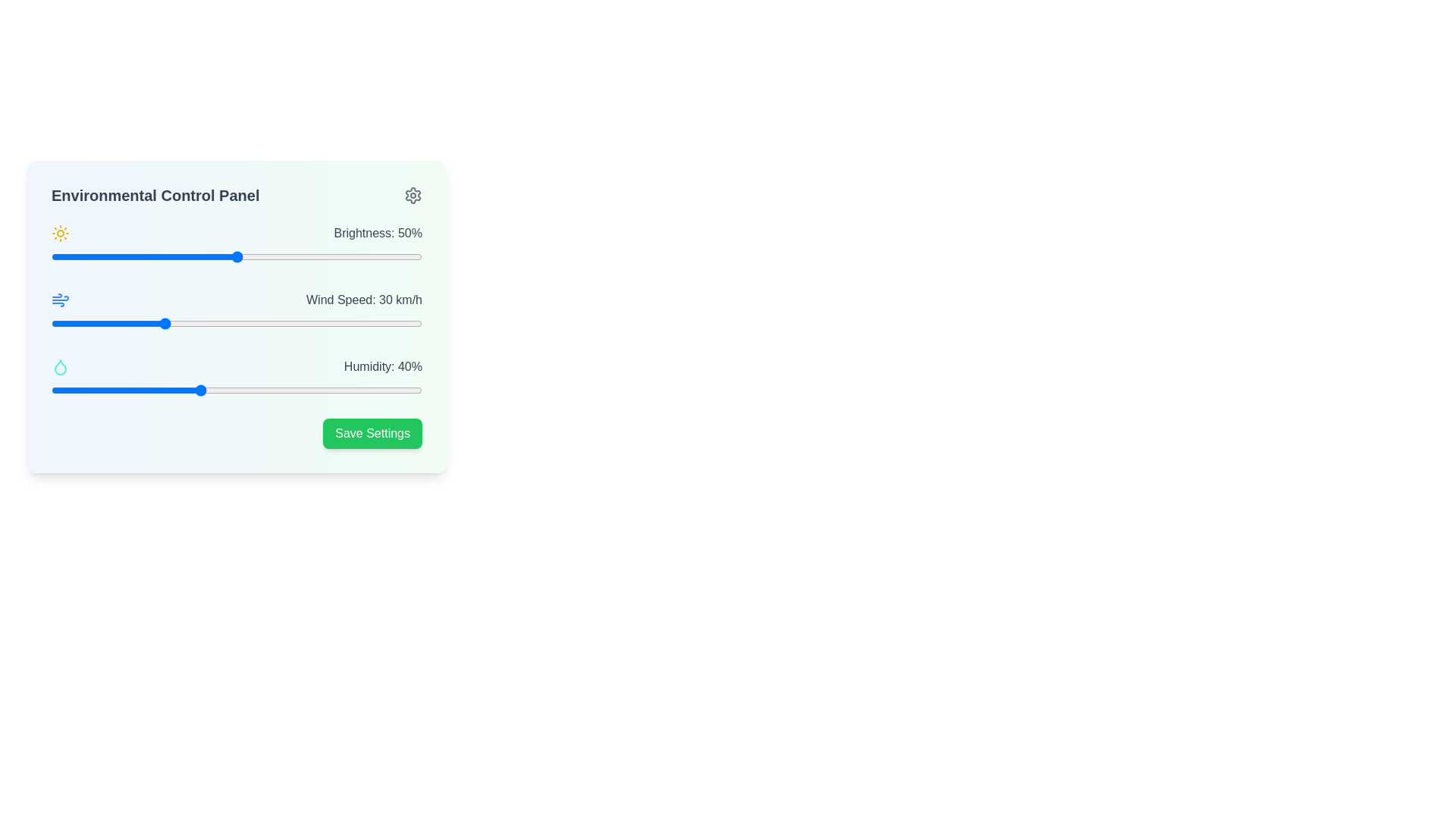 The width and height of the screenshot is (1456, 819). Describe the element at coordinates (266, 256) in the screenshot. I see `the slider value` at that location.